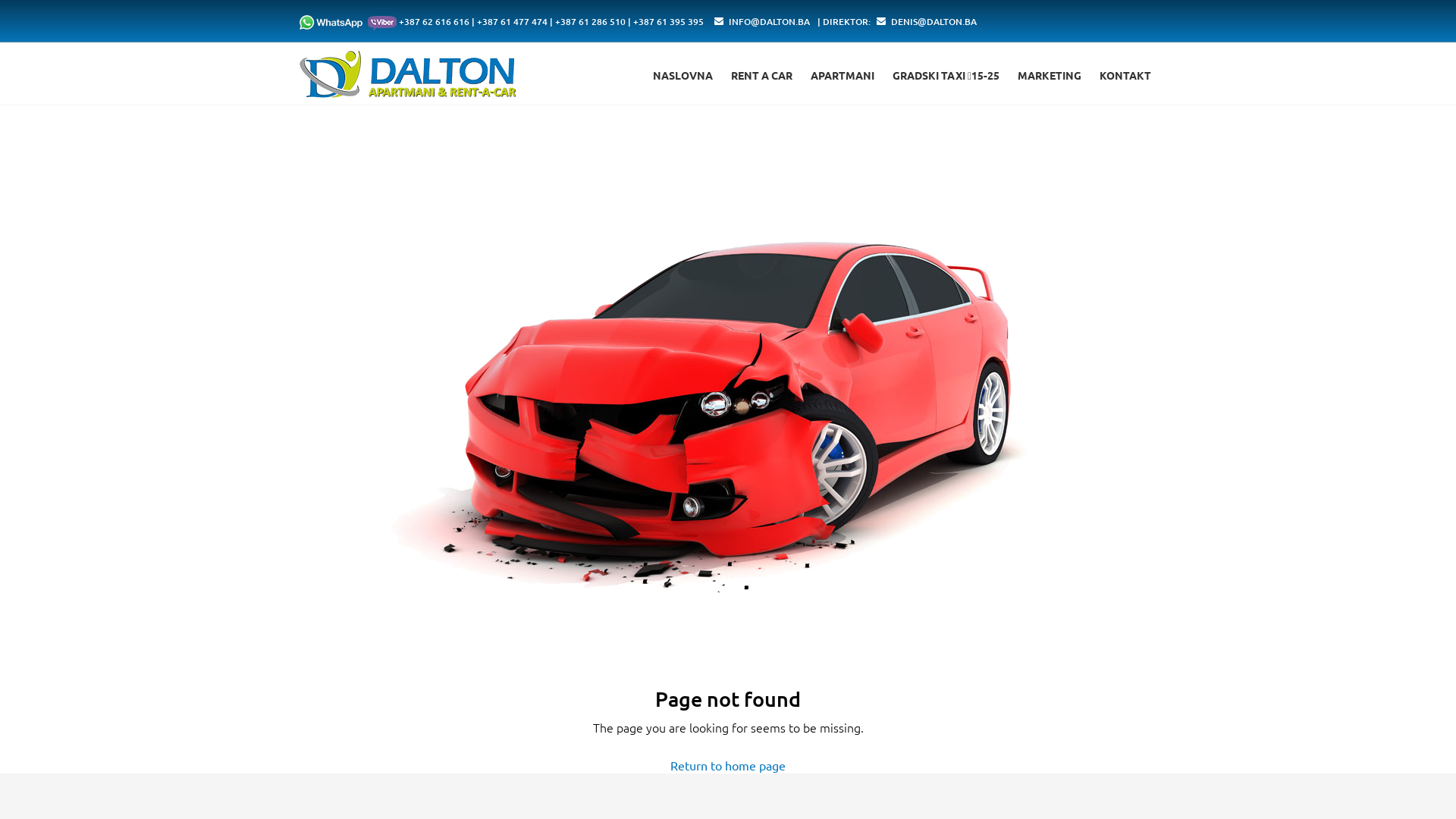 The image size is (1456, 819). Describe the element at coordinates (512, 21) in the screenshot. I see `'+387 61 477 474'` at that location.